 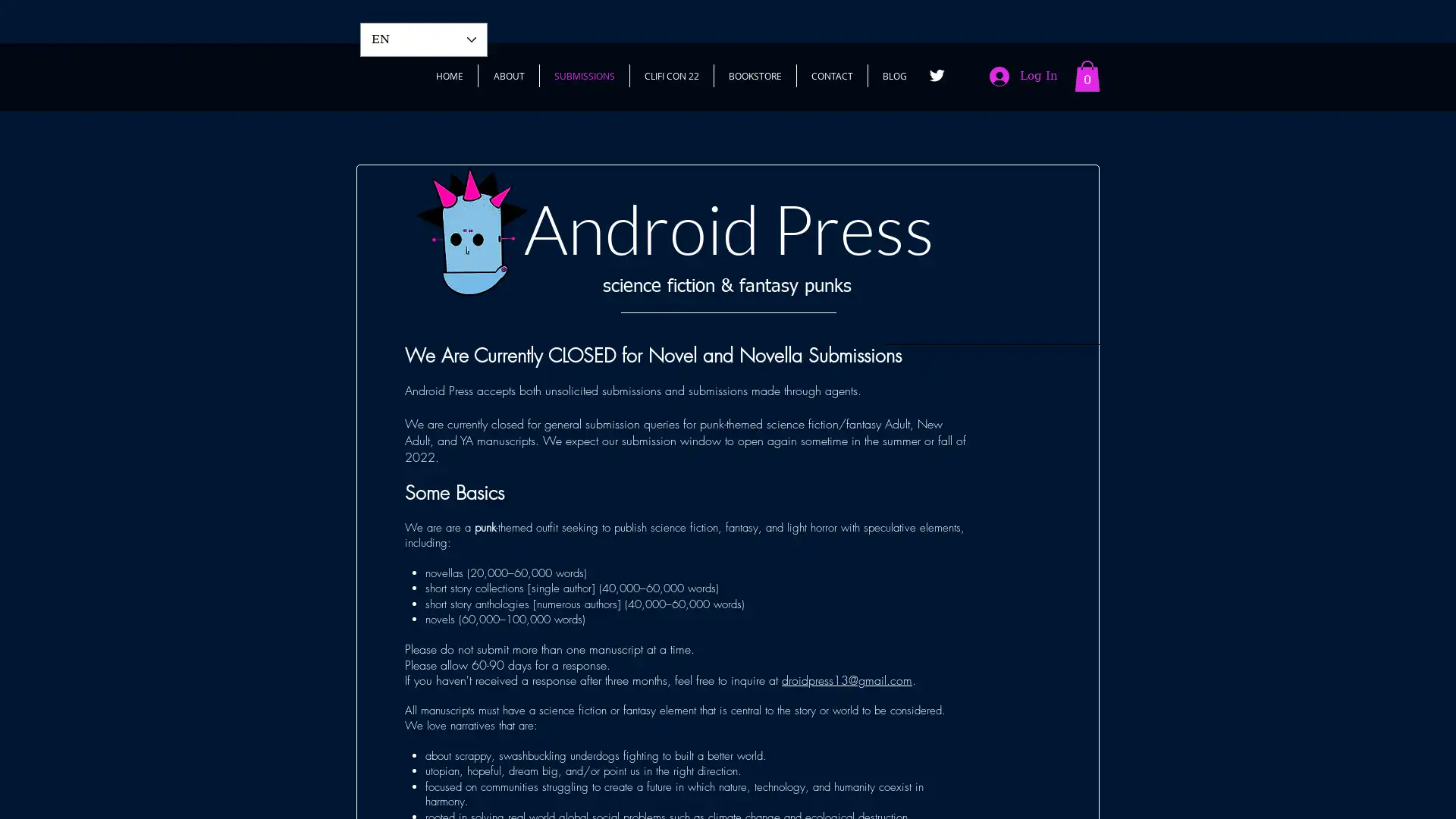 I want to click on Log In, so click(x=1023, y=76).